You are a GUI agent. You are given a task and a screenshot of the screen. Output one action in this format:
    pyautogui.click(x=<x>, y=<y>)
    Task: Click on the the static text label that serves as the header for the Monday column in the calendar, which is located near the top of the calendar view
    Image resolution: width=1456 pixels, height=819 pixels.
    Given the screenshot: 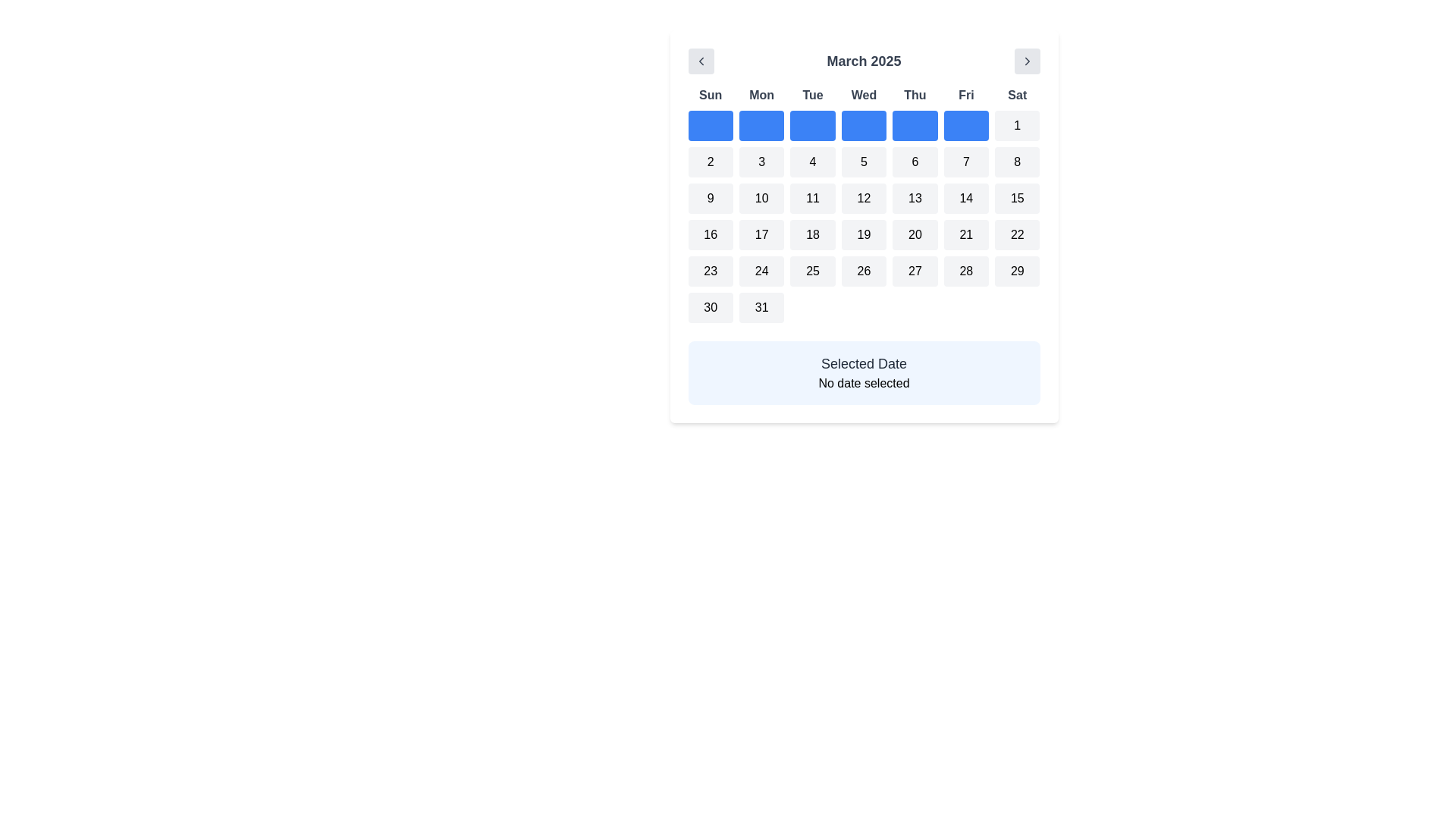 What is the action you would take?
    pyautogui.click(x=761, y=96)
    